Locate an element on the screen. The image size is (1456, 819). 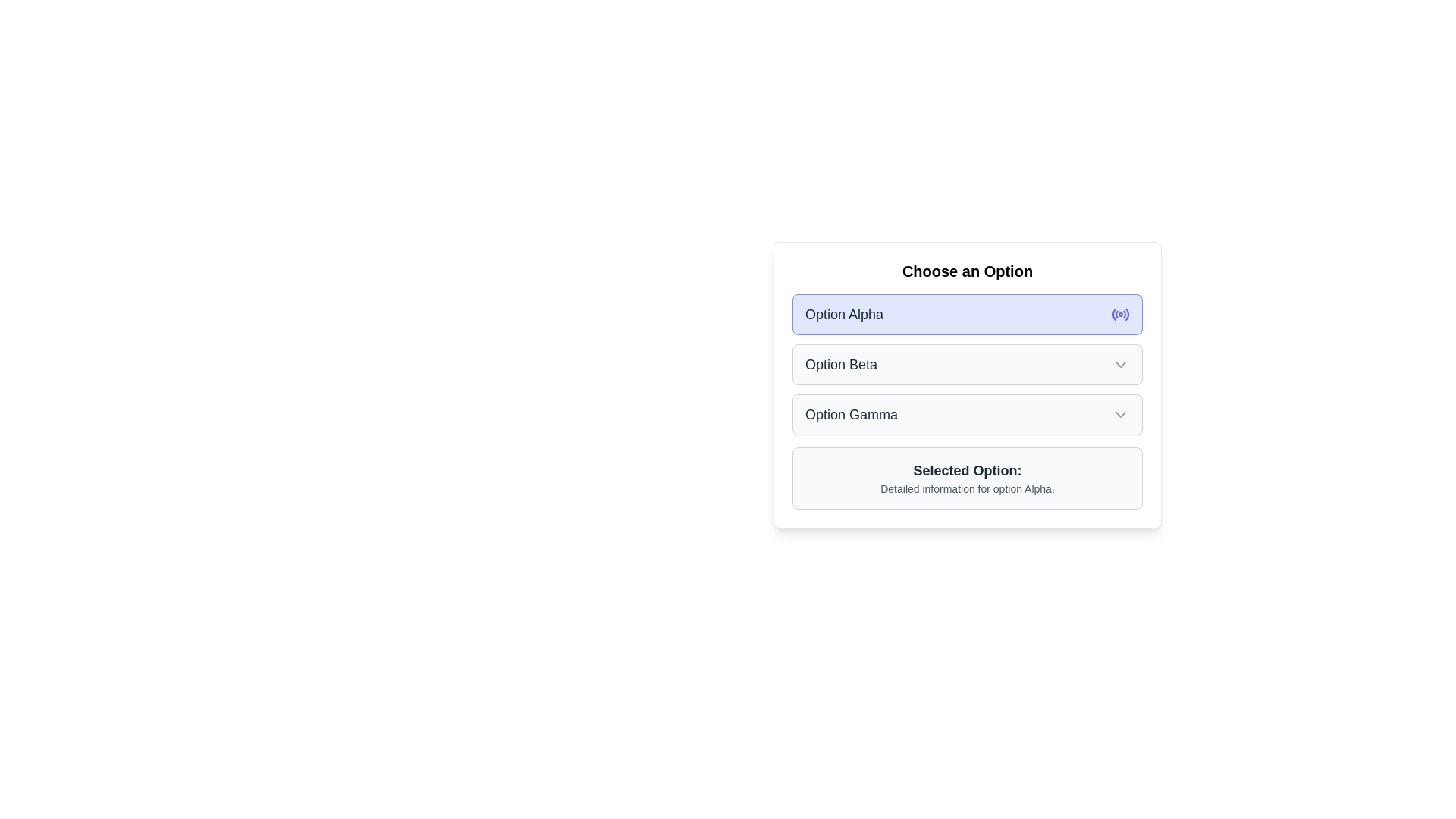
the text label displaying 'Option Alpha', which is styled in dark gray on a light indigo background and is positioned at the top of the options list is located at coordinates (843, 314).